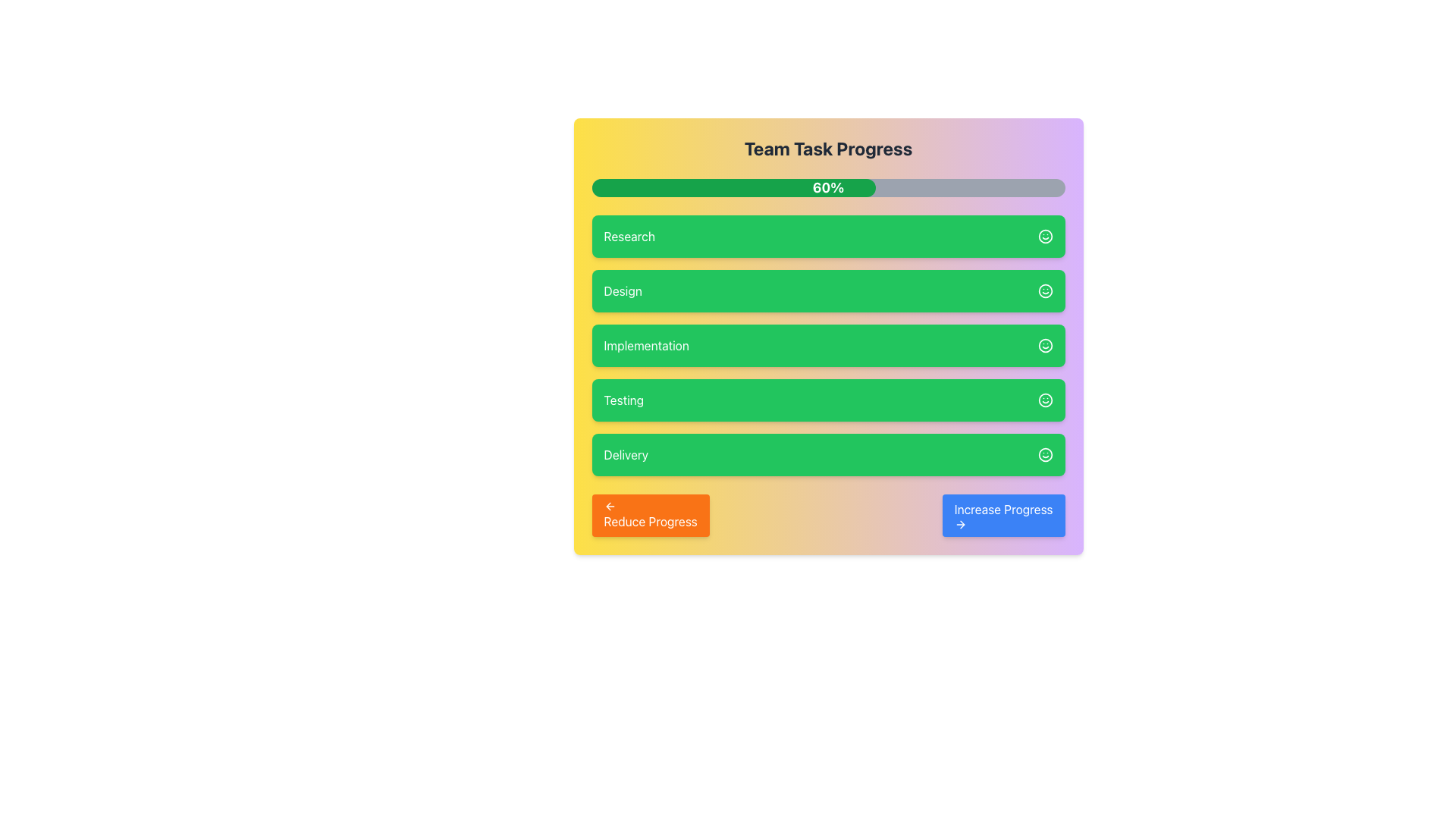 The width and height of the screenshot is (1456, 819). Describe the element at coordinates (610, 506) in the screenshot. I see `the leftward-pointing arrow icon located on the 'Reduce Progress' button with white text on an orange background, positioned at the bottom left of the interface` at that location.